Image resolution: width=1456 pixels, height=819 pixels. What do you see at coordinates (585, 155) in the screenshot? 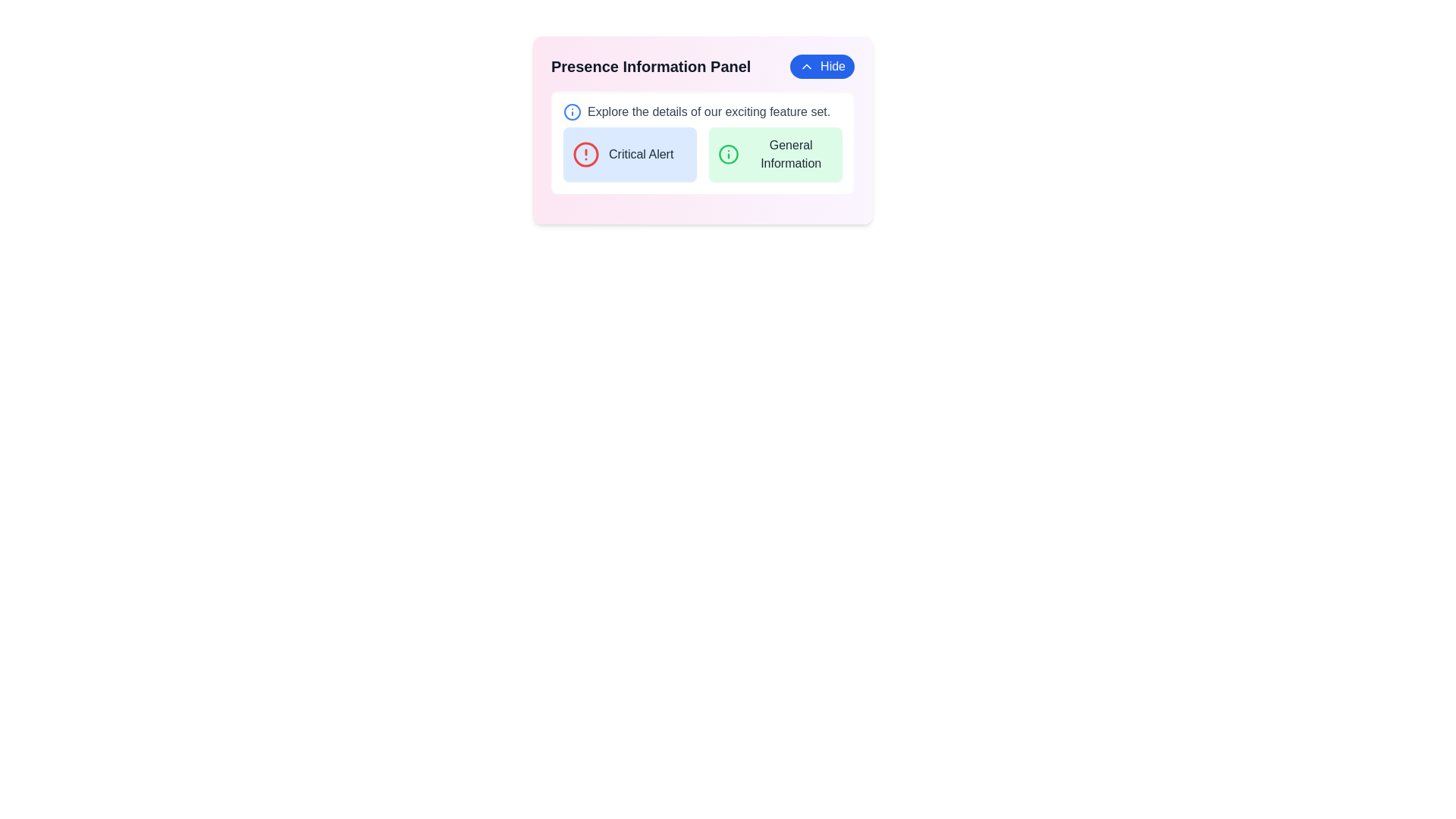
I see `the warning icon that signals a critical alert, located to the left of the 'Critical Alert' text within a blue background panel in the 'Presence Information Panel'` at bounding box center [585, 155].